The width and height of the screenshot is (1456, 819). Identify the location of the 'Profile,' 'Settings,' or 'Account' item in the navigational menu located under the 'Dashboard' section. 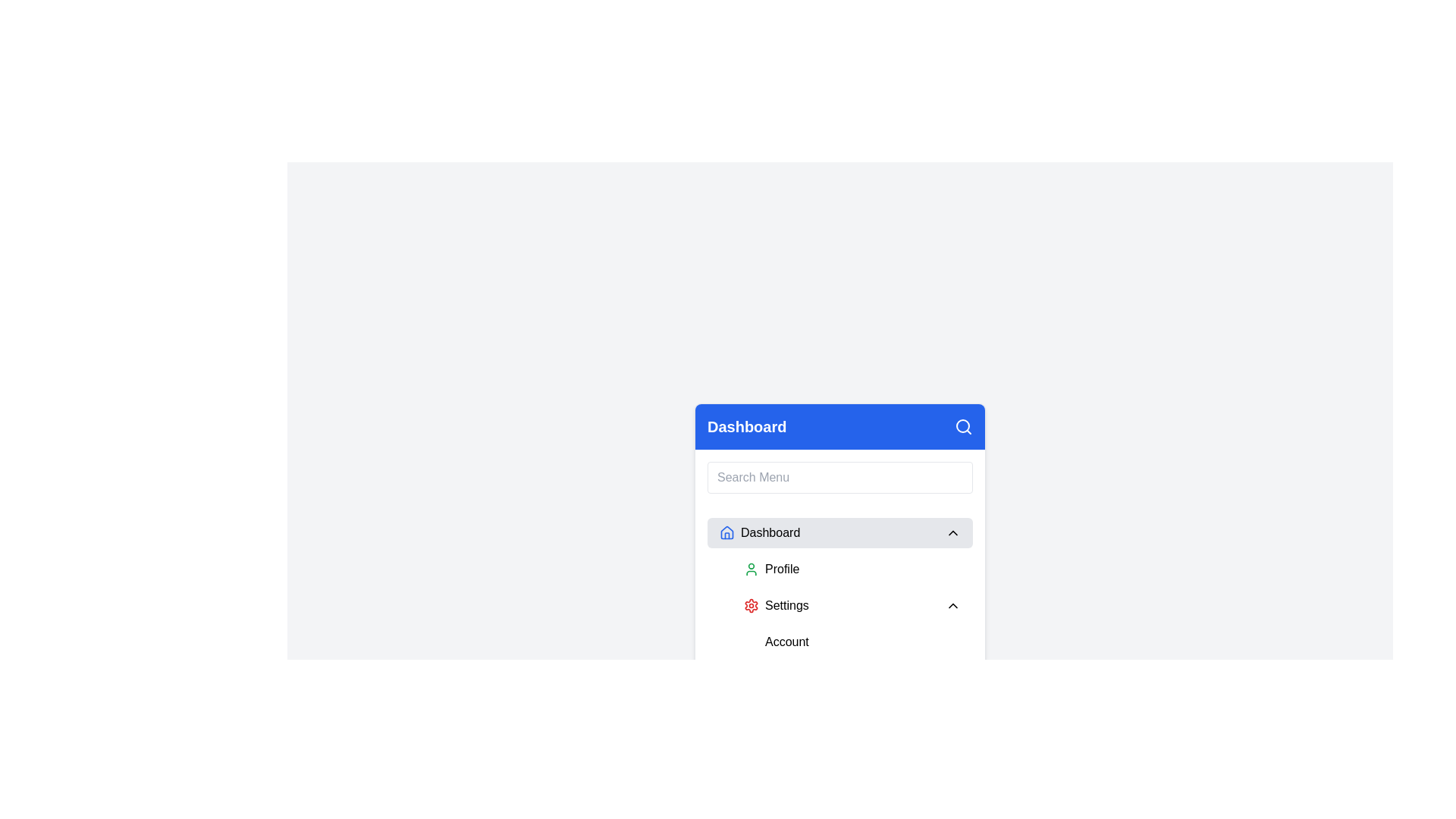
(839, 640).